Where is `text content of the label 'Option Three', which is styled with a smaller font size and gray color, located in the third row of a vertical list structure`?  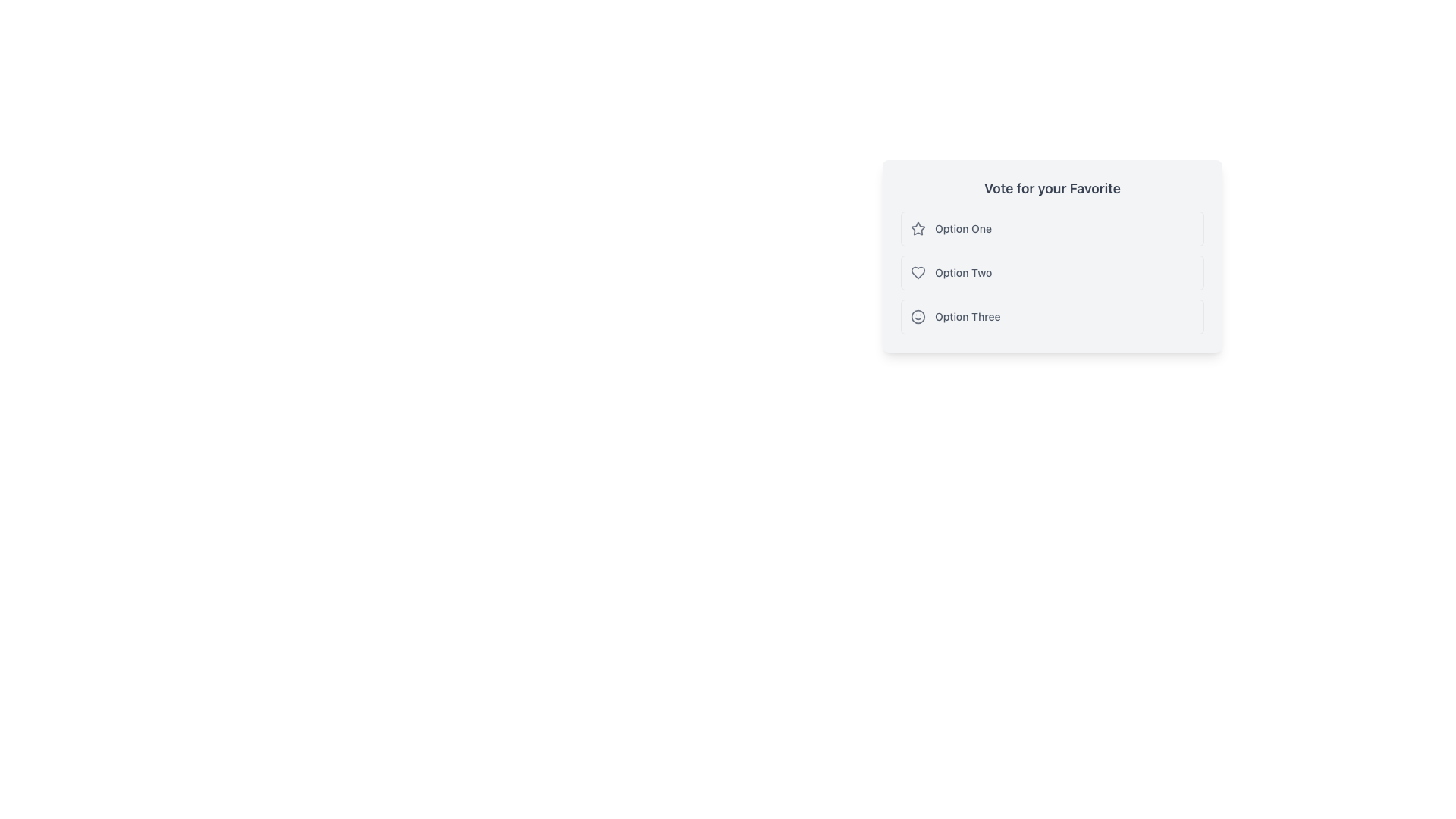 text content of the label 'Option Three', which is styled with a smaller font size and gray color, located in the third row of a vertical list structure is located at coordinates (967, 315).